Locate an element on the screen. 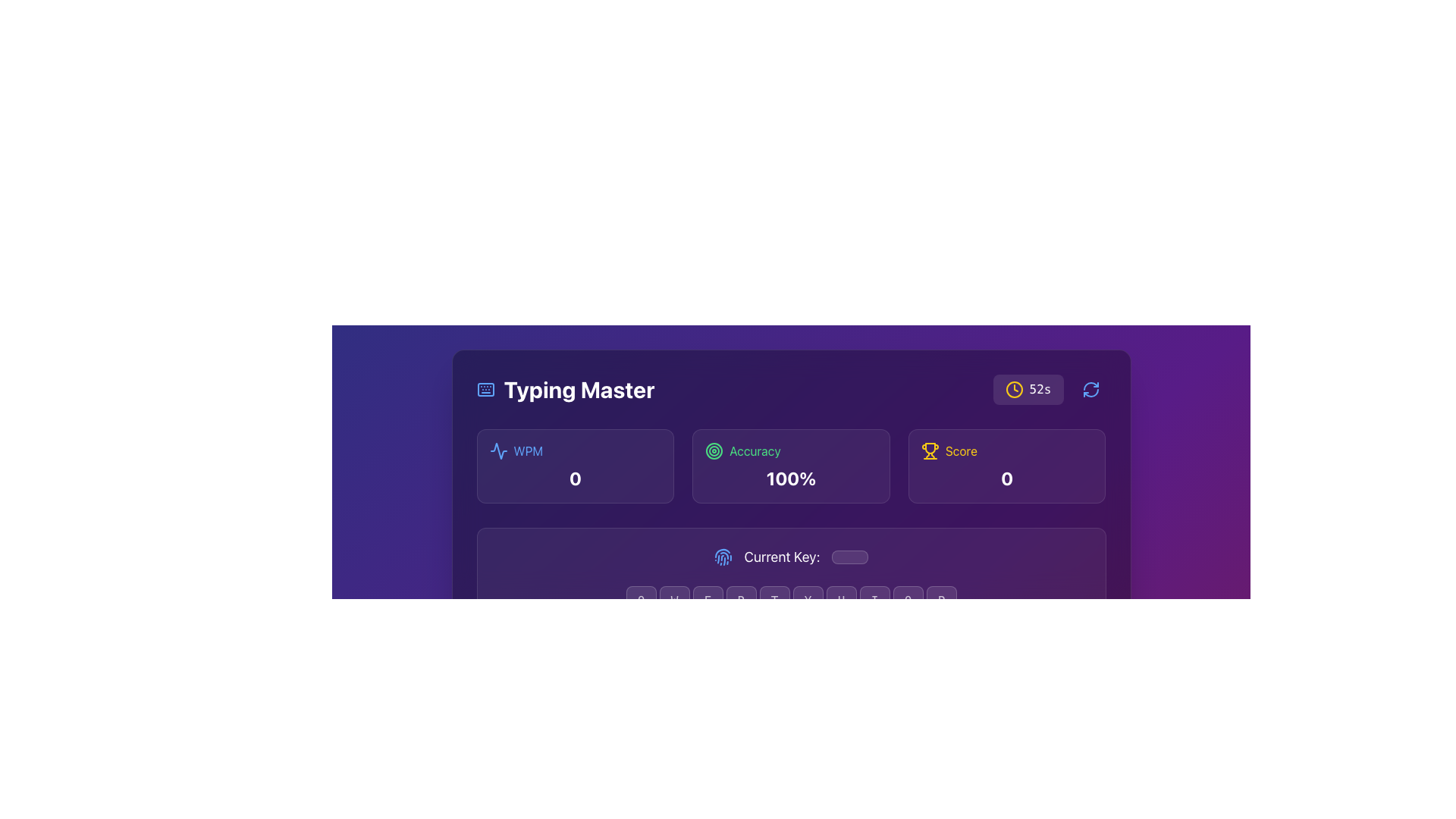 Image resolution: width=1456 pixels, height=819 pixels. the static text display showing '100%' which is located under the 'Accuracy' label and next to a target icon is located at coordinates (790, 479).